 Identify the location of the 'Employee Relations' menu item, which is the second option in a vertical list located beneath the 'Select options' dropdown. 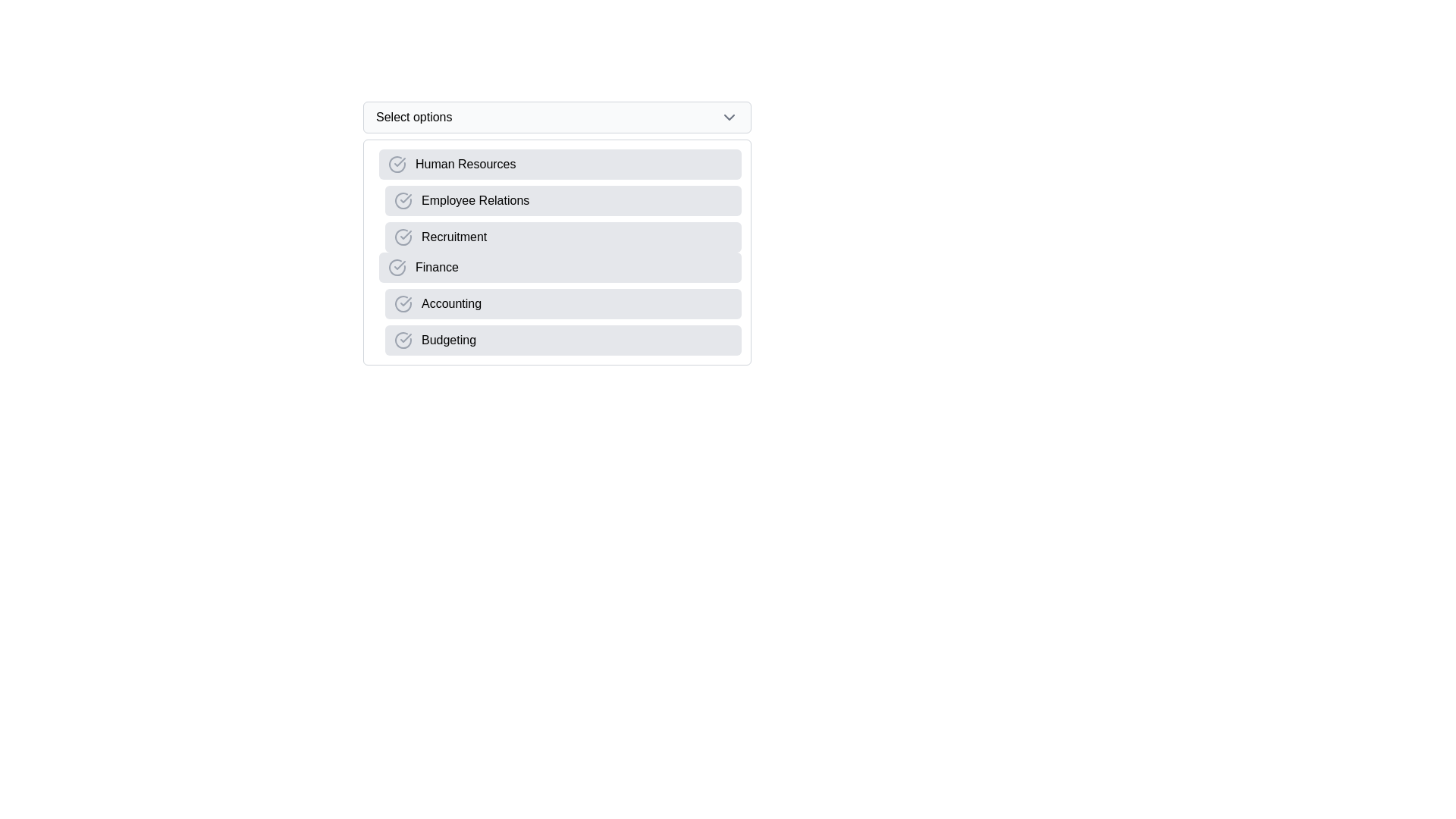
(560, 200).